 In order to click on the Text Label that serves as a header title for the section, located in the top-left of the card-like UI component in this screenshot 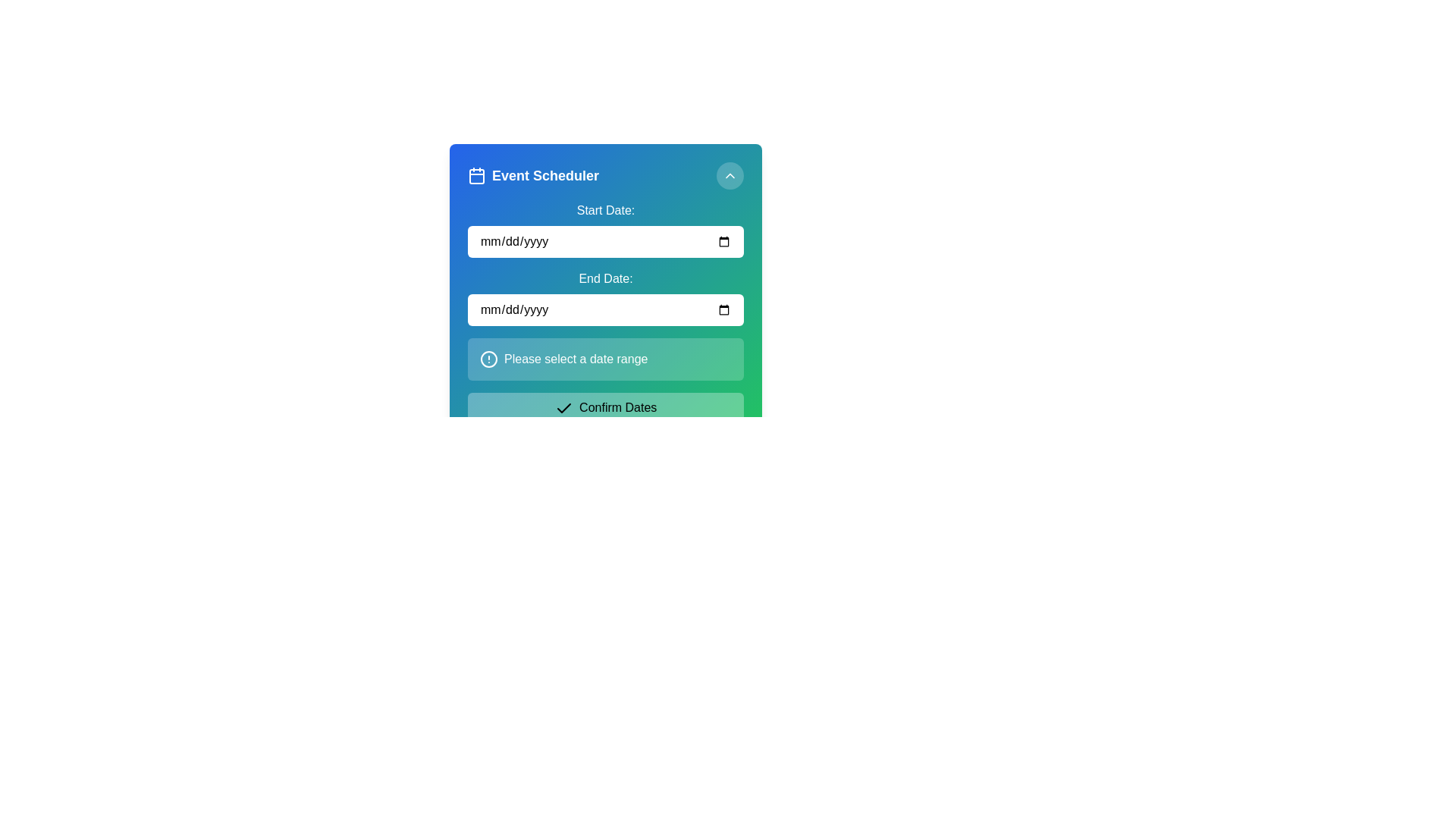, I will do `click(533, 174)`.